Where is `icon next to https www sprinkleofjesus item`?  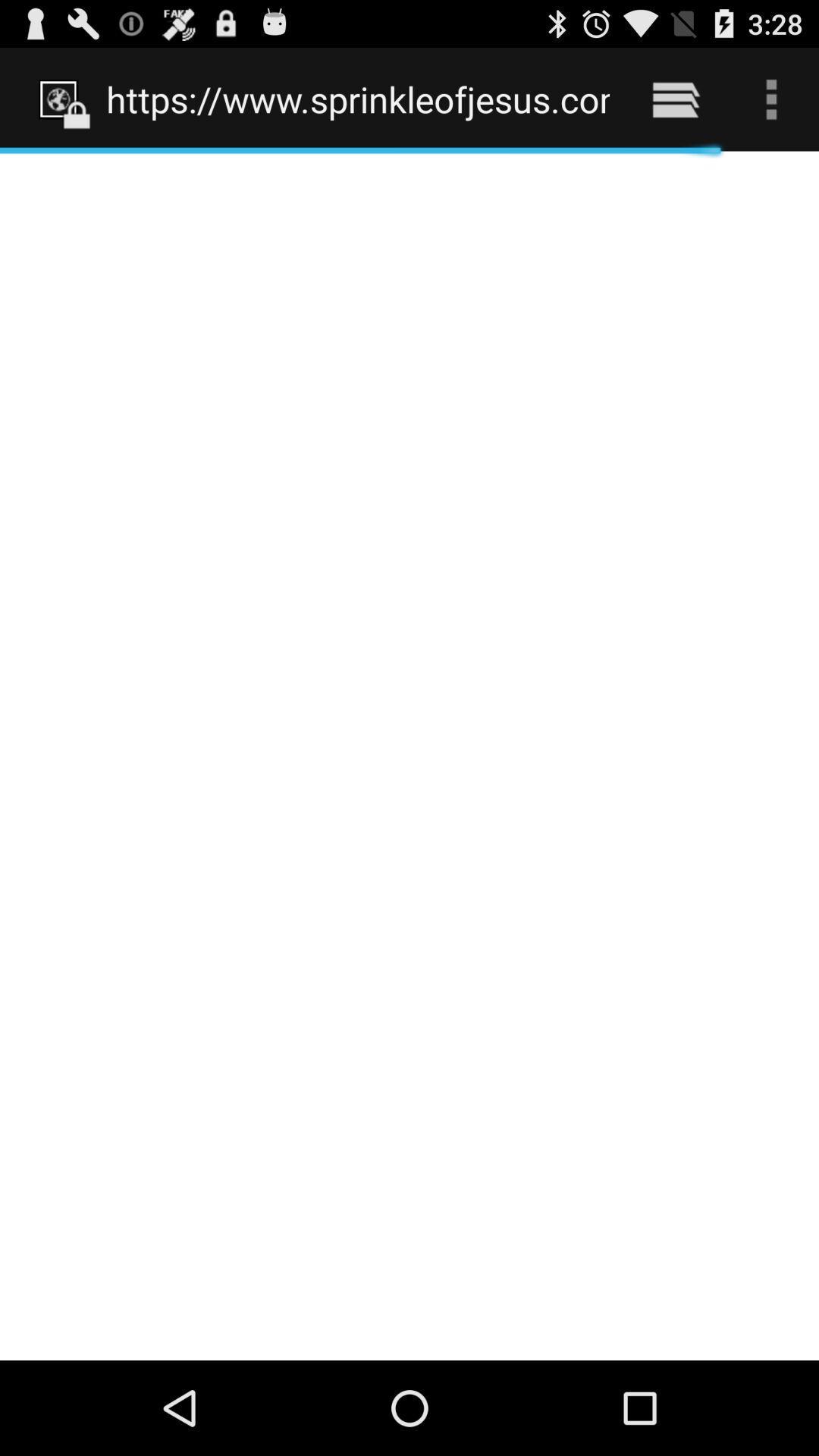
icon next to https www sprinkleofjesus item is located at coordinates (675, 99).